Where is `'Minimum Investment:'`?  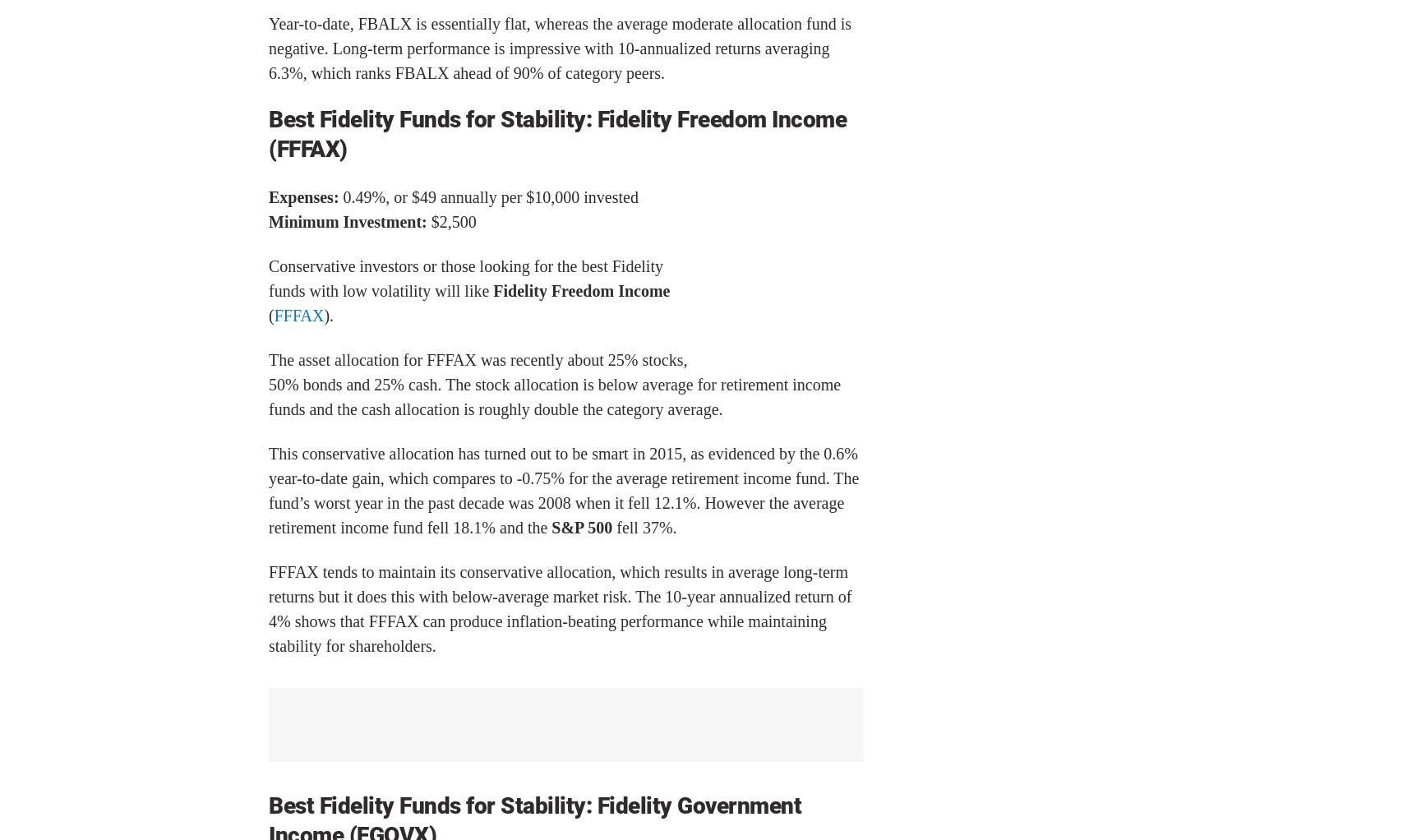
'Minimum Investment:' is located at coordinates (348, 220).